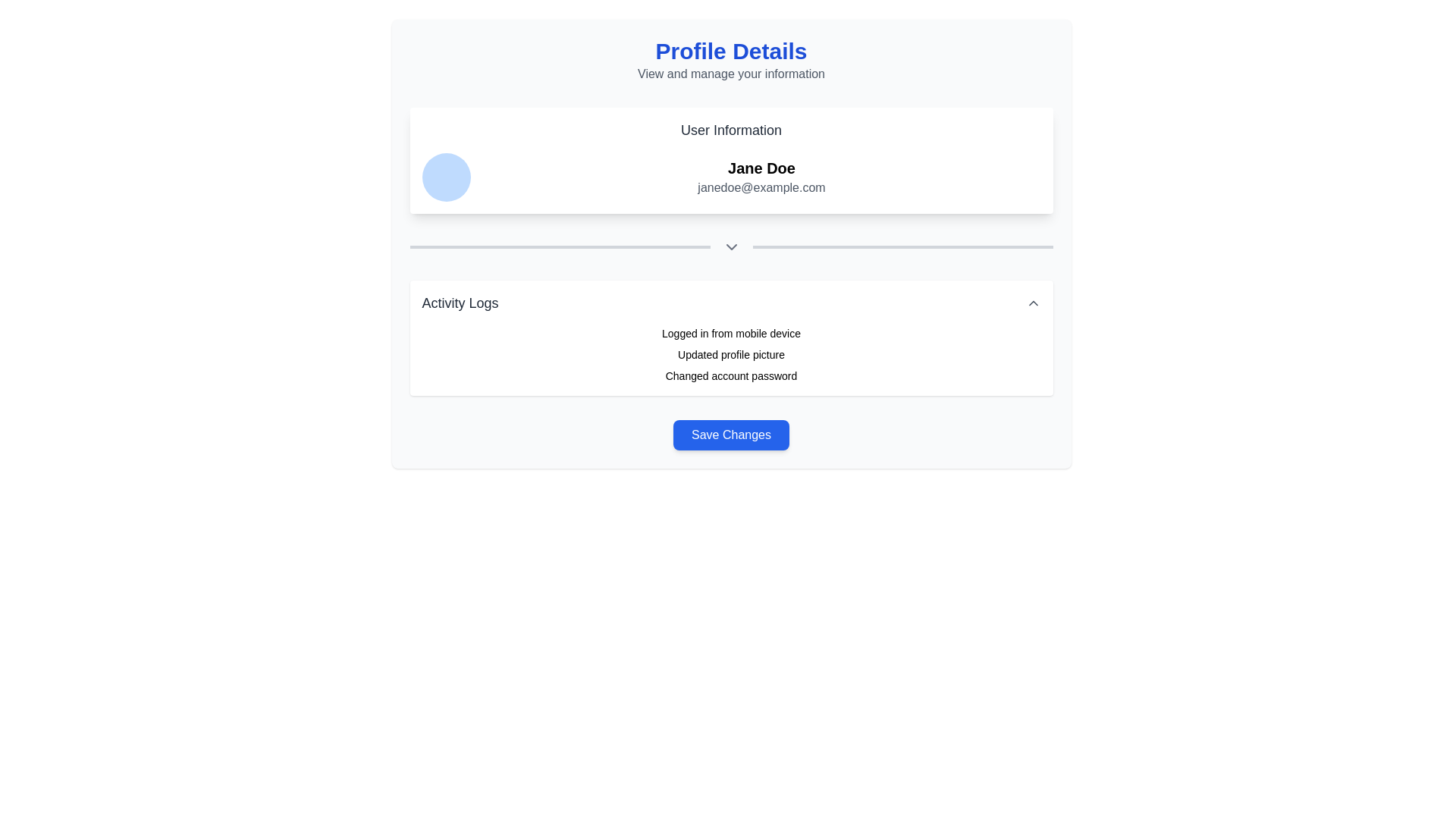 The width and height of the screenshot is (1456, 819). I want to click on the 'Activity Logs' text label, which is styled in bold and larger font, located near the top-left corner of the header section, so click(460, 303).